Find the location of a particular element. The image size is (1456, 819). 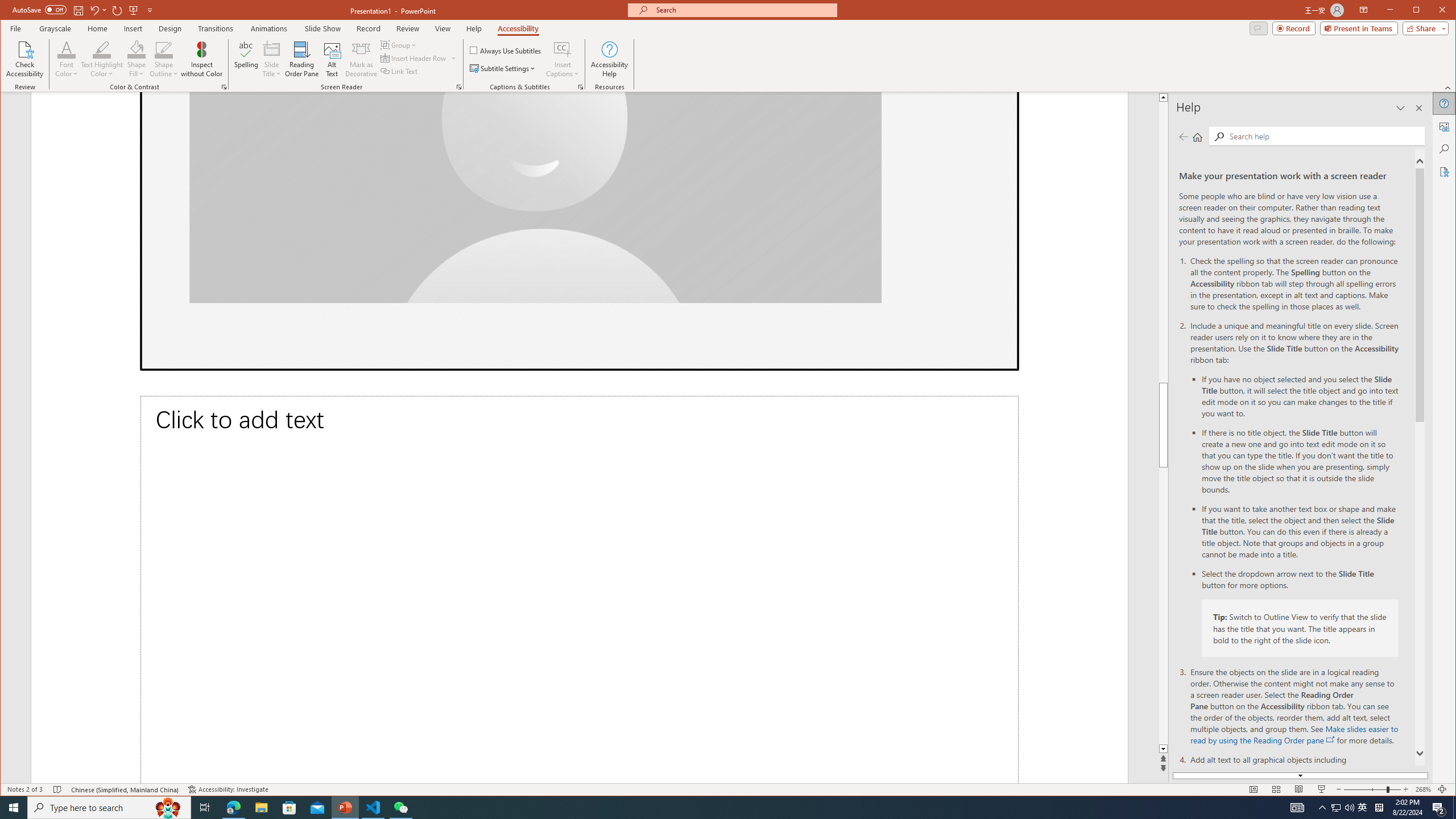

'Slide Notes' is located at coordinates (579, 589).